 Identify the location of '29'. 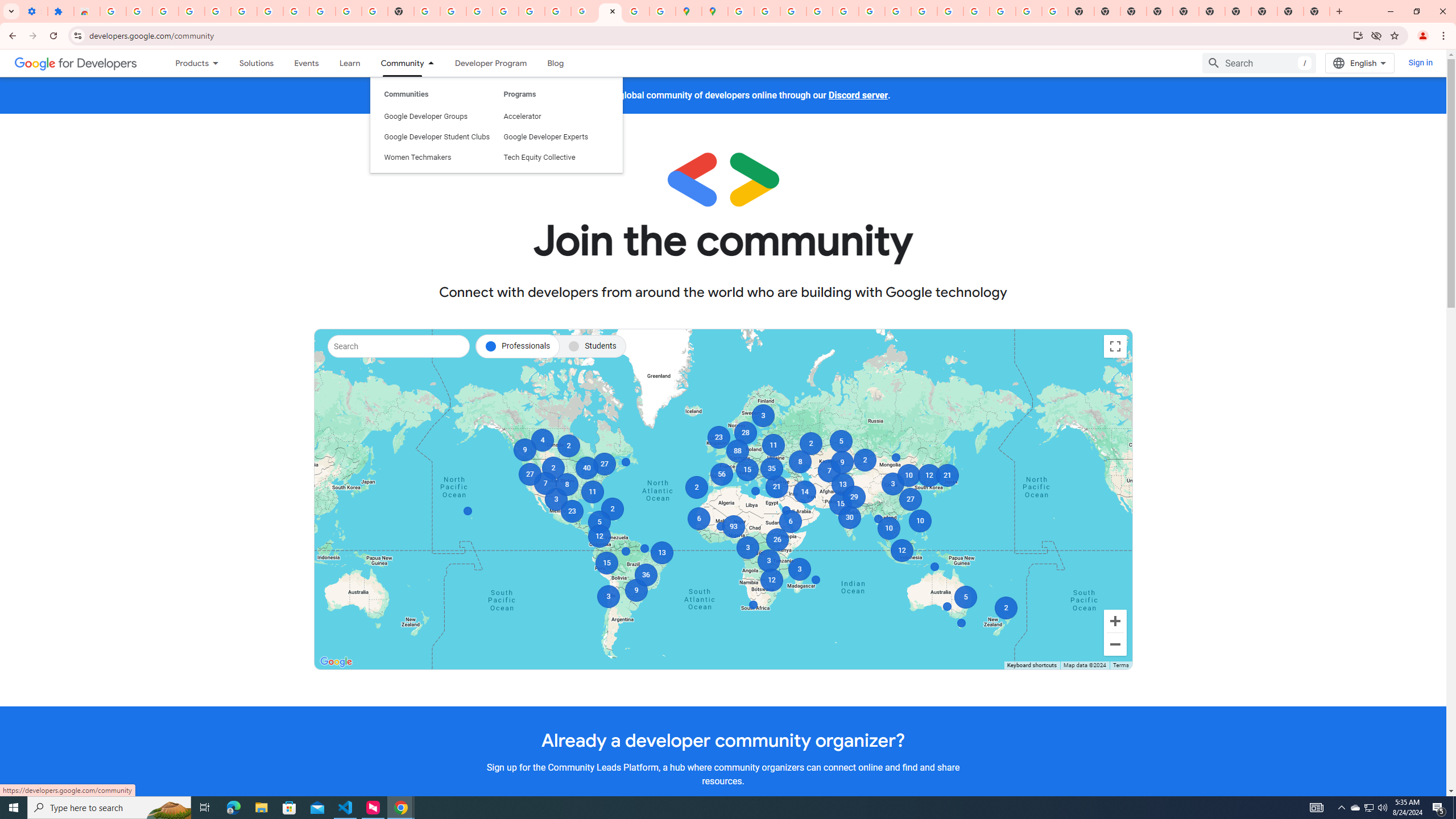
(854, 497).